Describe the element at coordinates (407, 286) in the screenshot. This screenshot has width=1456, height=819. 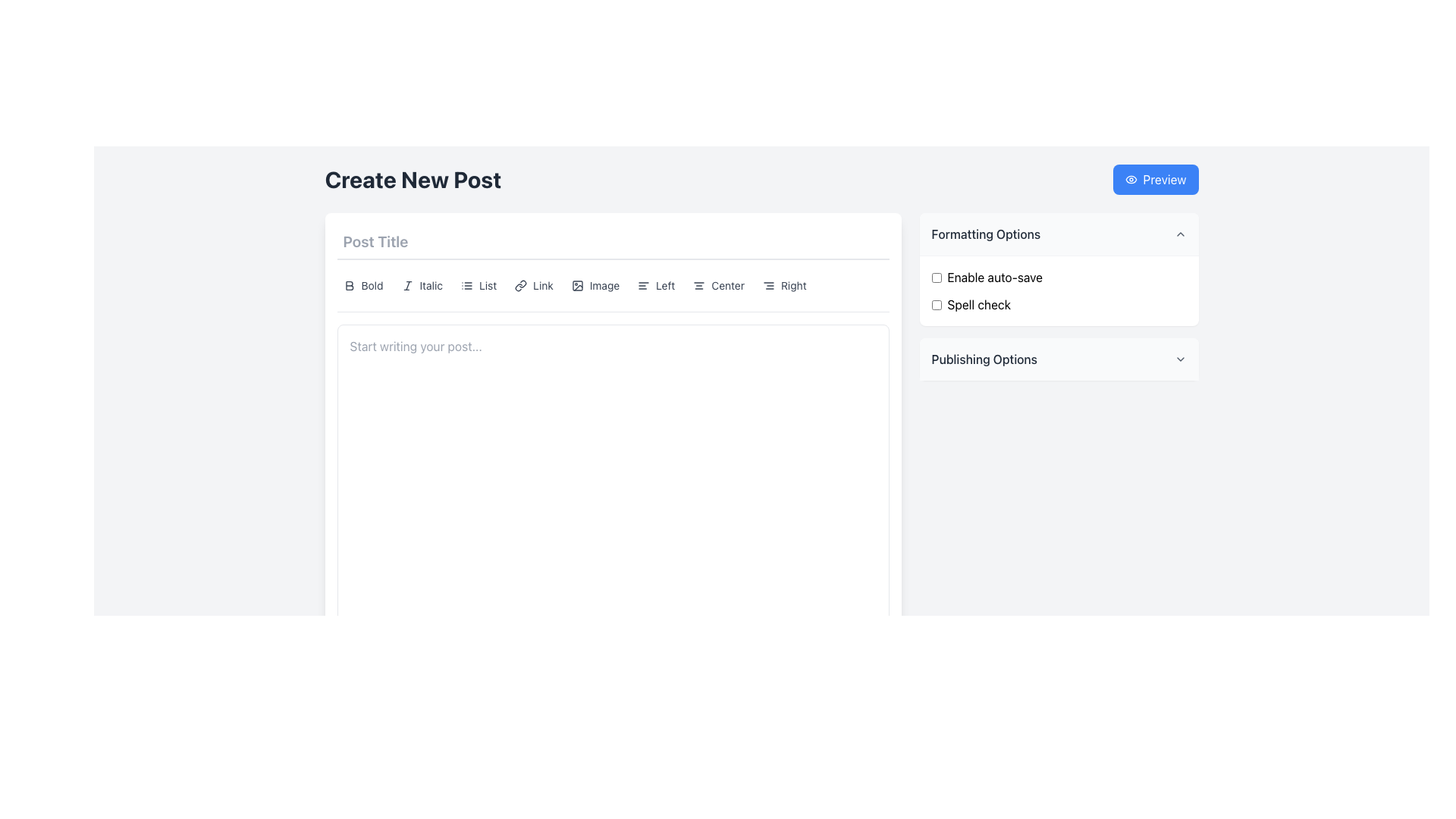
I see `the italicized 'I' icon button in the text formatting bar under the 'Post Title' section` at that location.